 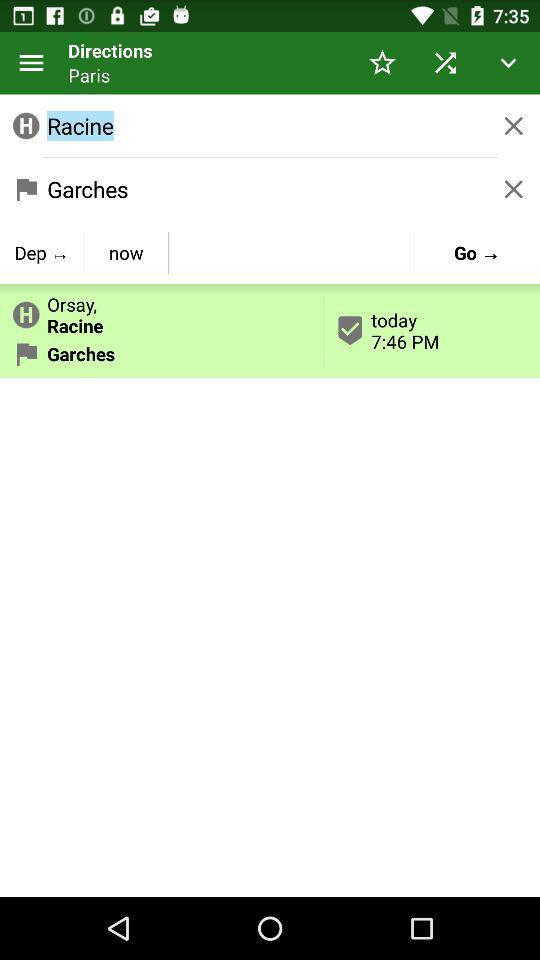 What do you see at coordinates (126, 251) in the screenshot?
I see `icon next to today 7 46 item` at bounding box center [126, 251].